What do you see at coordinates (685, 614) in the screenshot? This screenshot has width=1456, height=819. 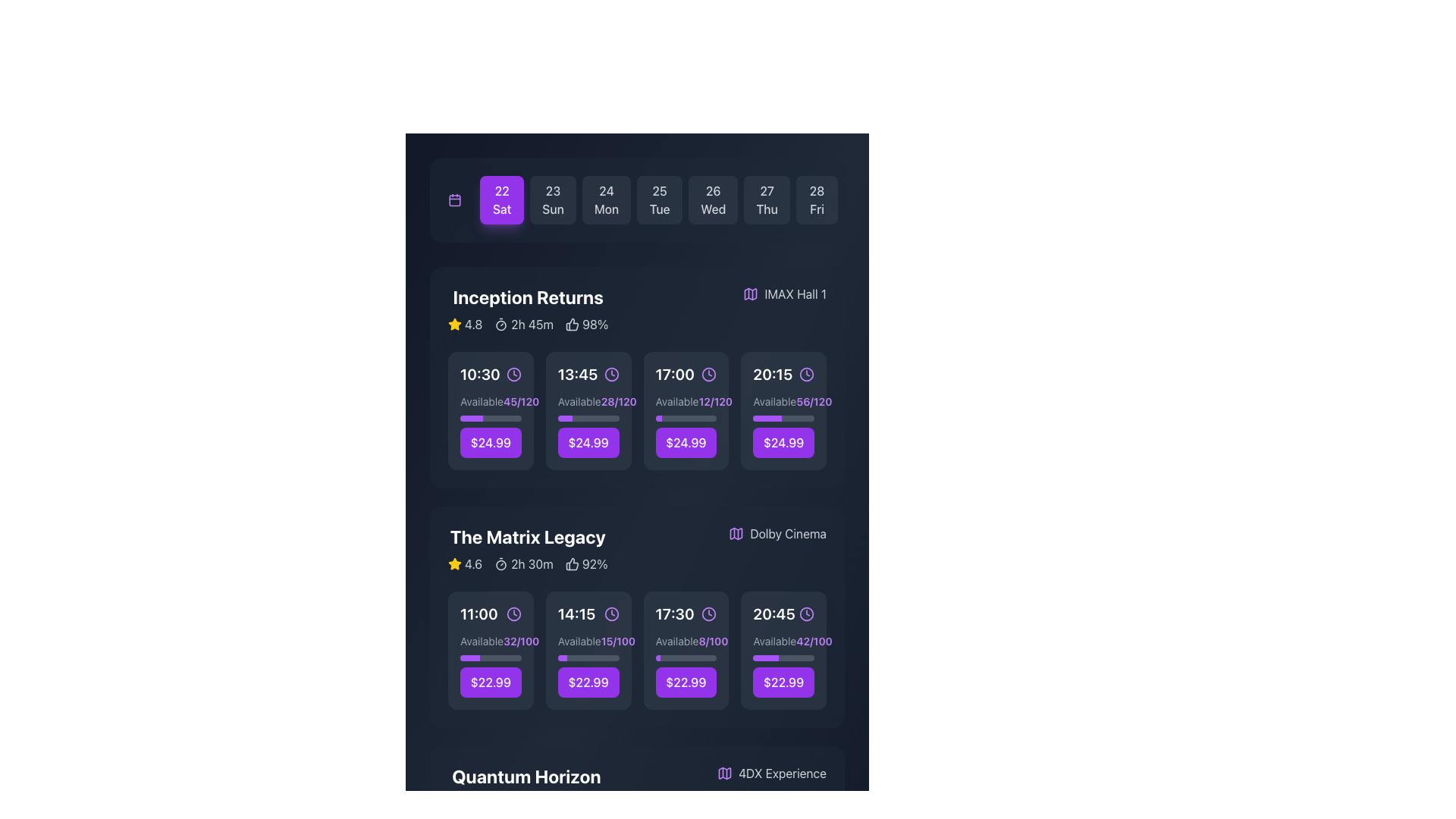 I see `the time option '17:30' displayed in bold white text with a purple clock icon, located in the third position for 'The Matrix Legacy' movie, to enhance accessibility` at bounding box center [685, 614].